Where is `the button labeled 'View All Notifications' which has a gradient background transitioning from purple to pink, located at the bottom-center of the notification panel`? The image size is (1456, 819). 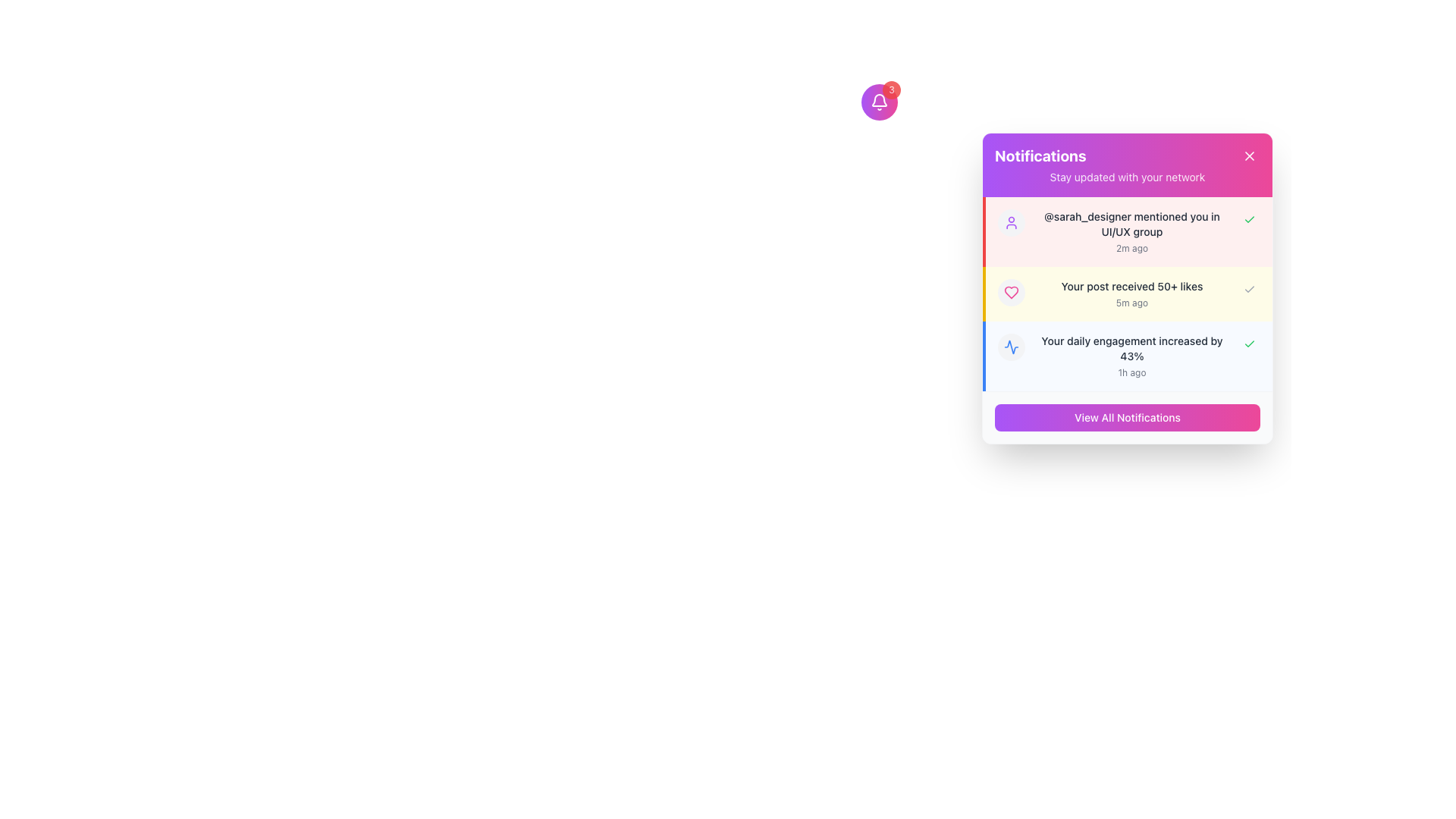 the button labeled 'View All Notifications' which has a gradient background transitioning from purple to pink, located at the bottom-center of the notification panel is located at coordinates (1128, 418).